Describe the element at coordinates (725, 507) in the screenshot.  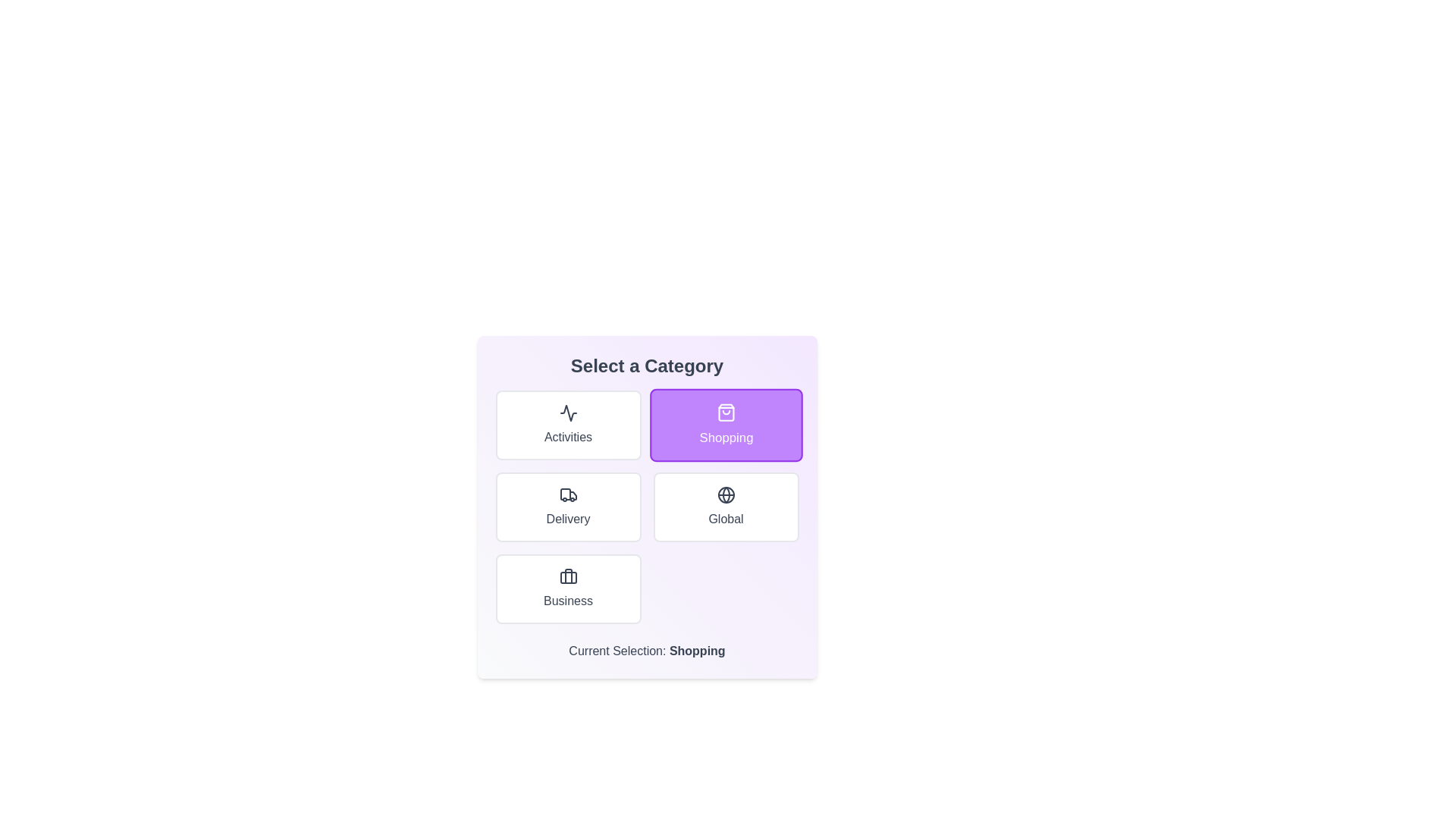
I see `the button corresponding to the category Global` at that location.